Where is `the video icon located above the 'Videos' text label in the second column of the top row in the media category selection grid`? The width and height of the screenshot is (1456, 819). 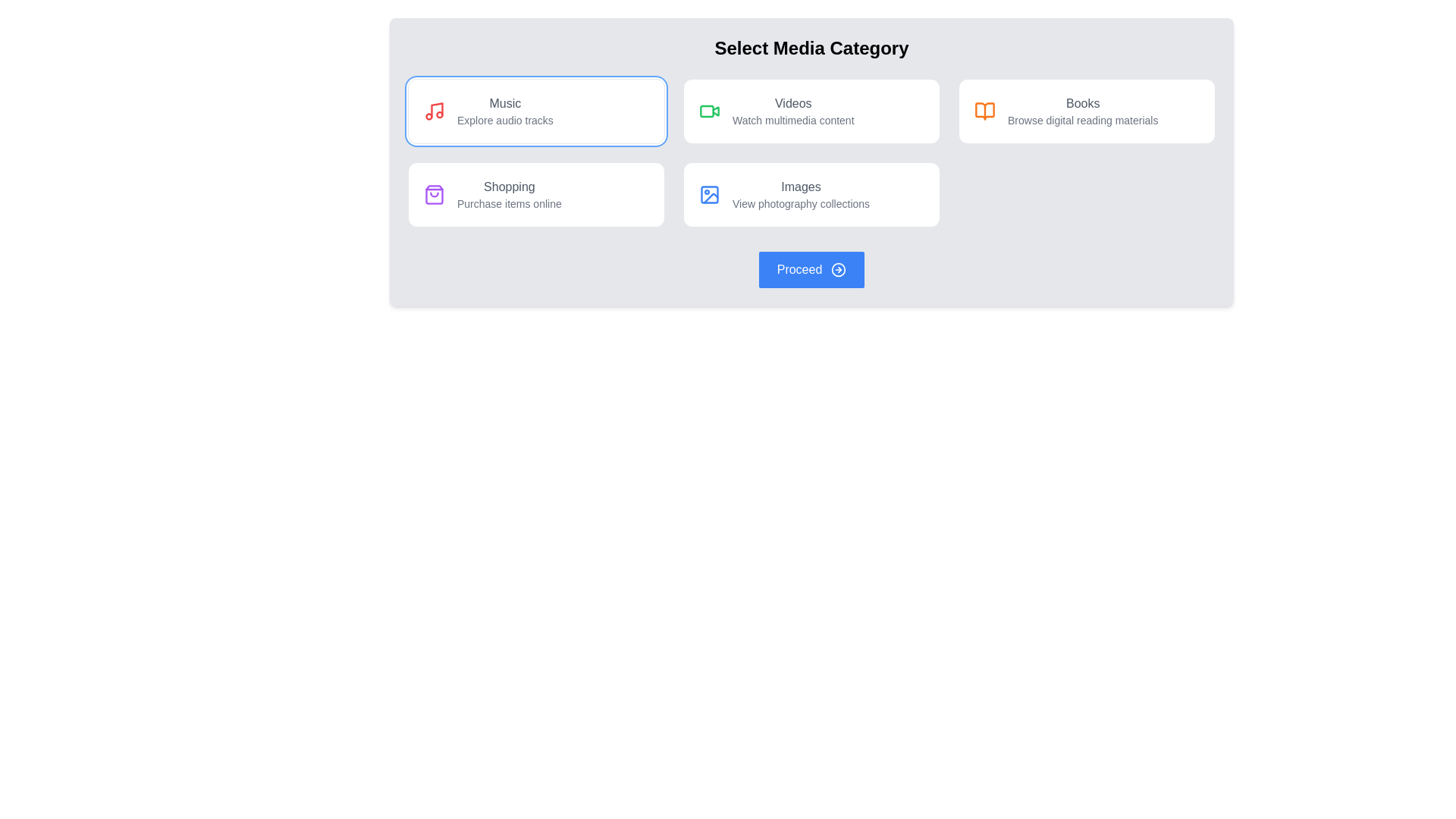 the video icon located above the 'Videos' text label in the second column of the top row in the media category selection grid is located at coordinates (706, 110).